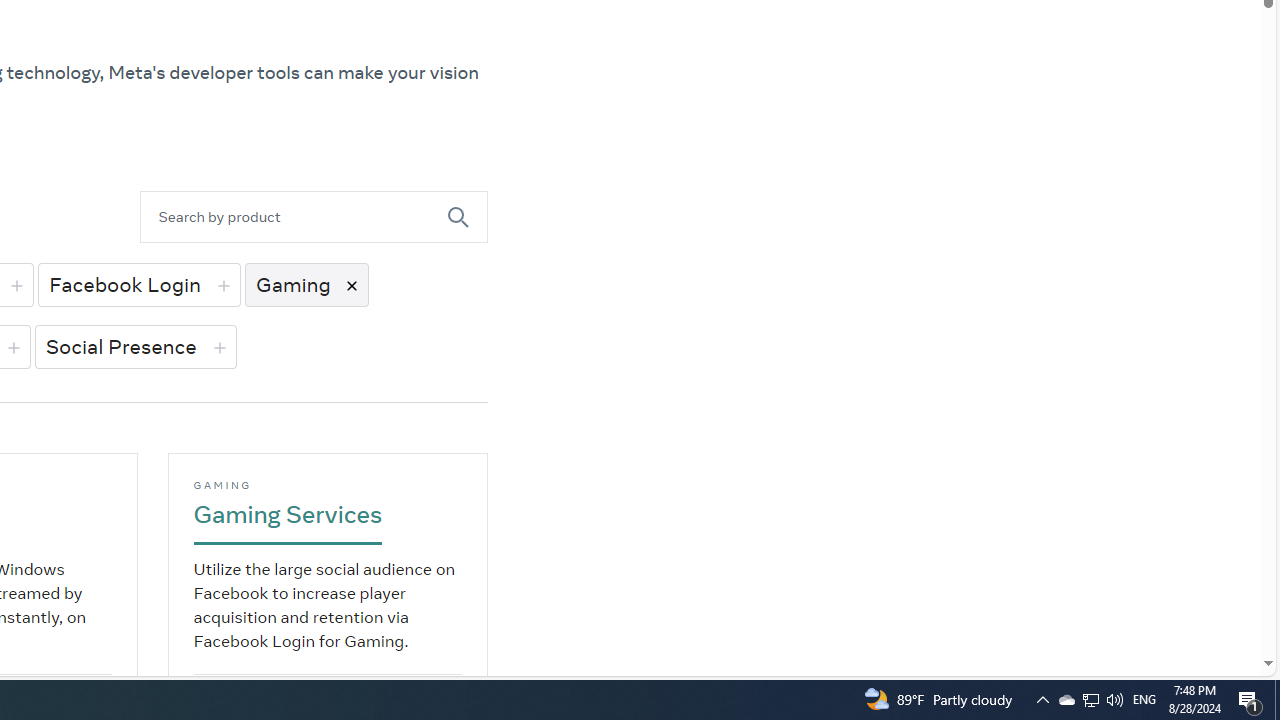 The width and height of the screenshot is (1280, 720). Describe the element at coordinates (292, 217) in the screenshot. I see `'Search by product'` at that location.